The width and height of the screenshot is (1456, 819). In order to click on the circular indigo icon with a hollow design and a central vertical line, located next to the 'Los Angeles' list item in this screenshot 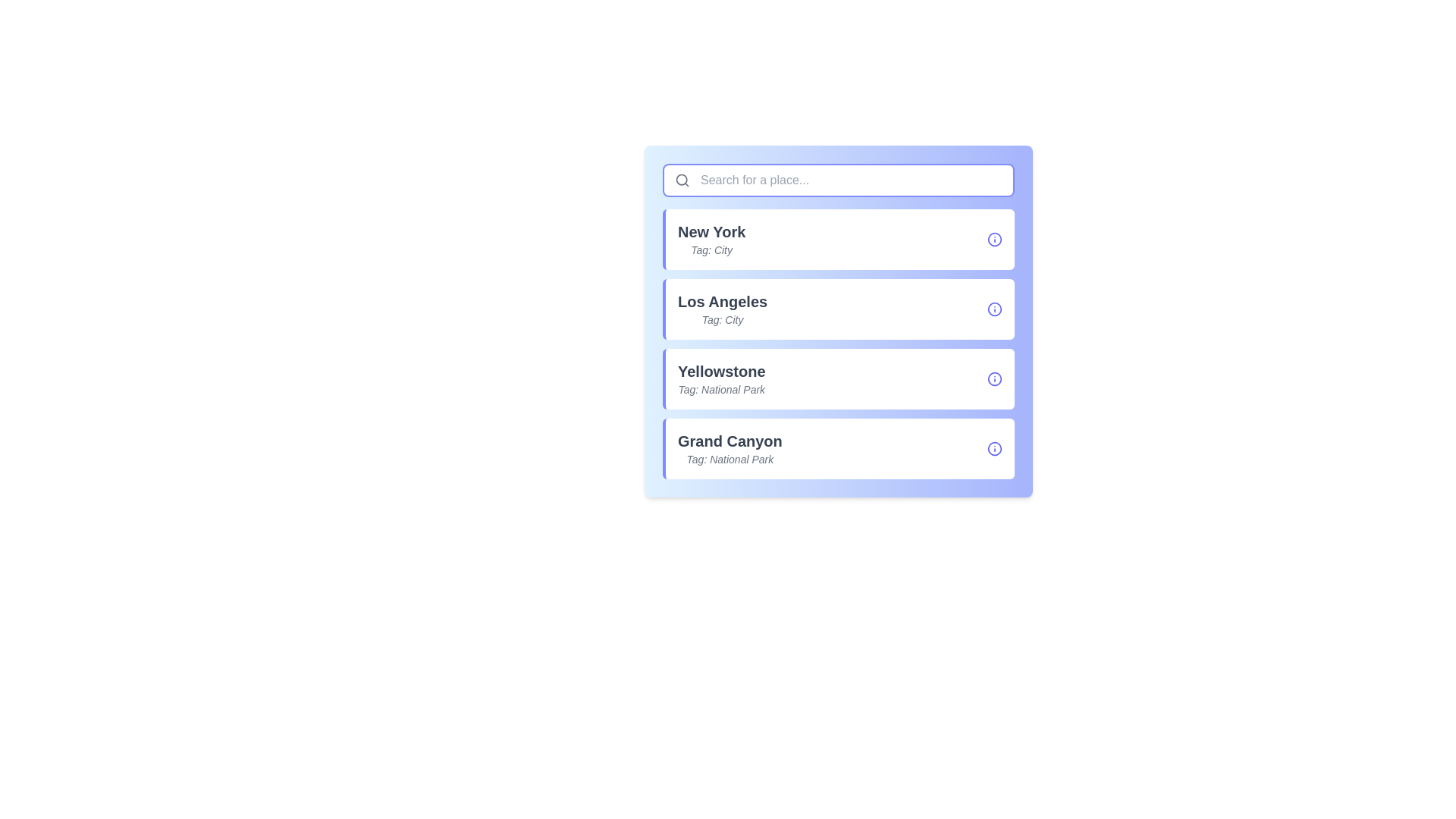, I will do `click(994, 309)`.